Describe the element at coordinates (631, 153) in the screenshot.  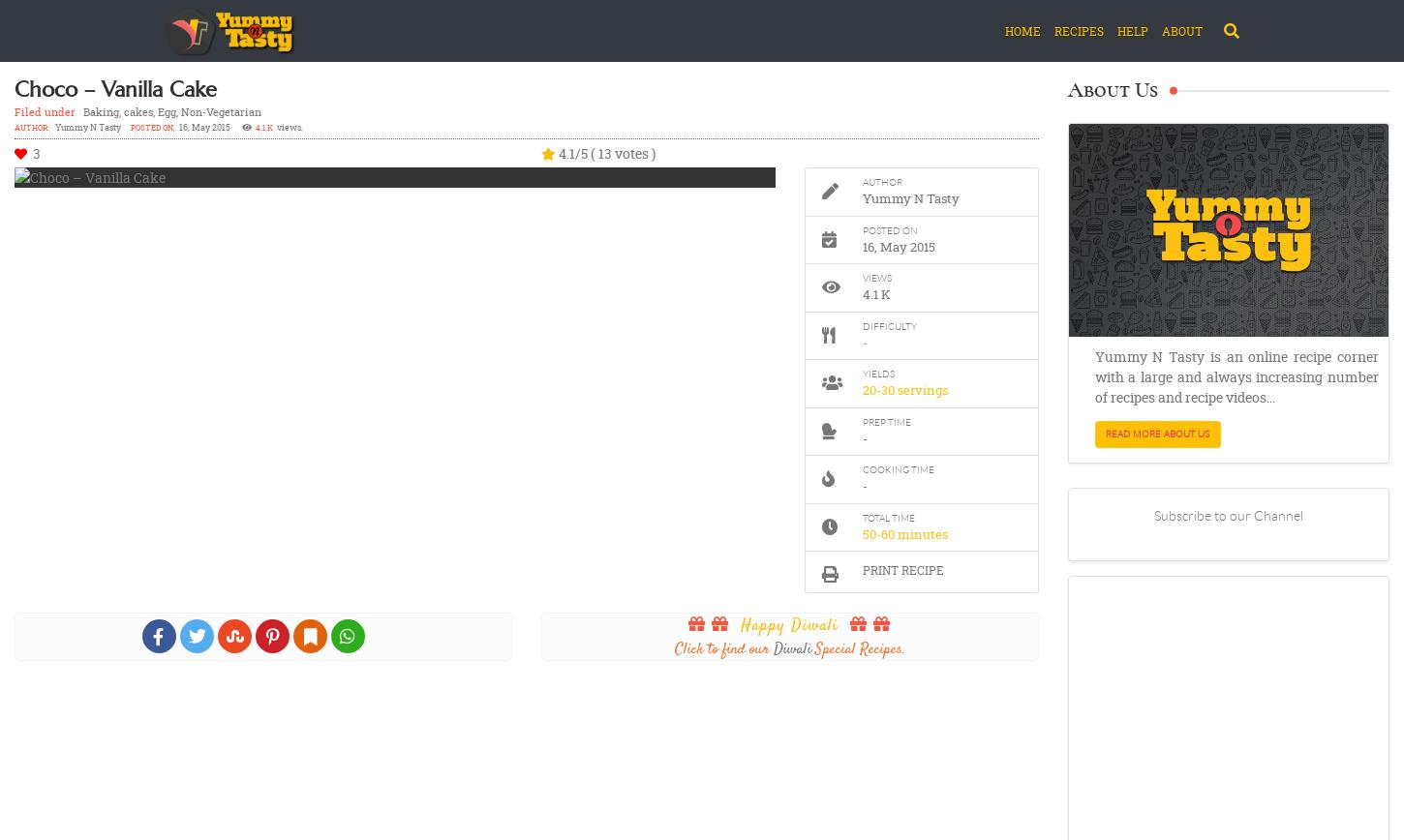
I see `'votes )'` at that location.